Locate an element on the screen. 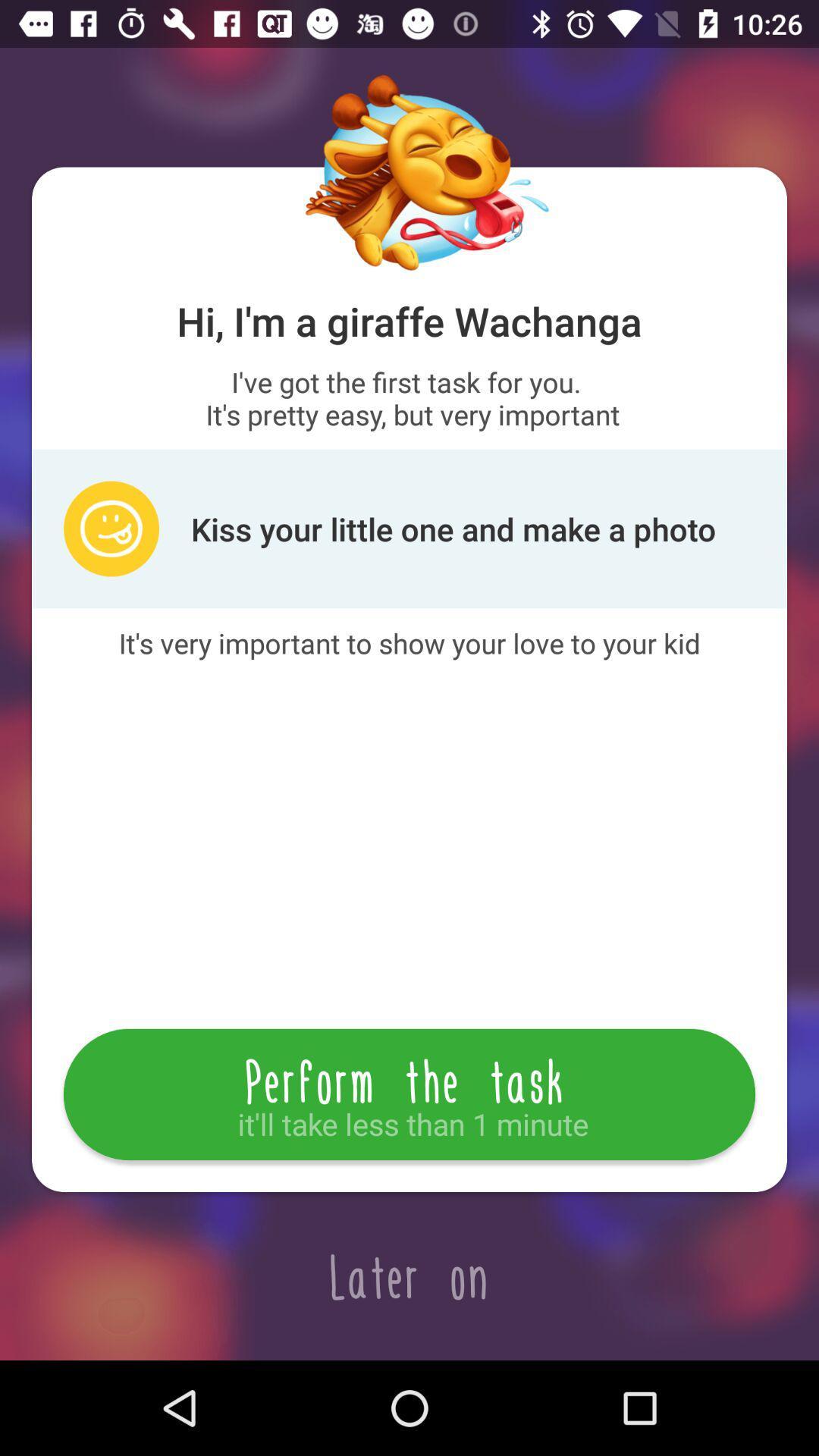 The height and width of the screenshot is (1456, 819). the icon below perform the task icon is located at coordinates (409, 1276).